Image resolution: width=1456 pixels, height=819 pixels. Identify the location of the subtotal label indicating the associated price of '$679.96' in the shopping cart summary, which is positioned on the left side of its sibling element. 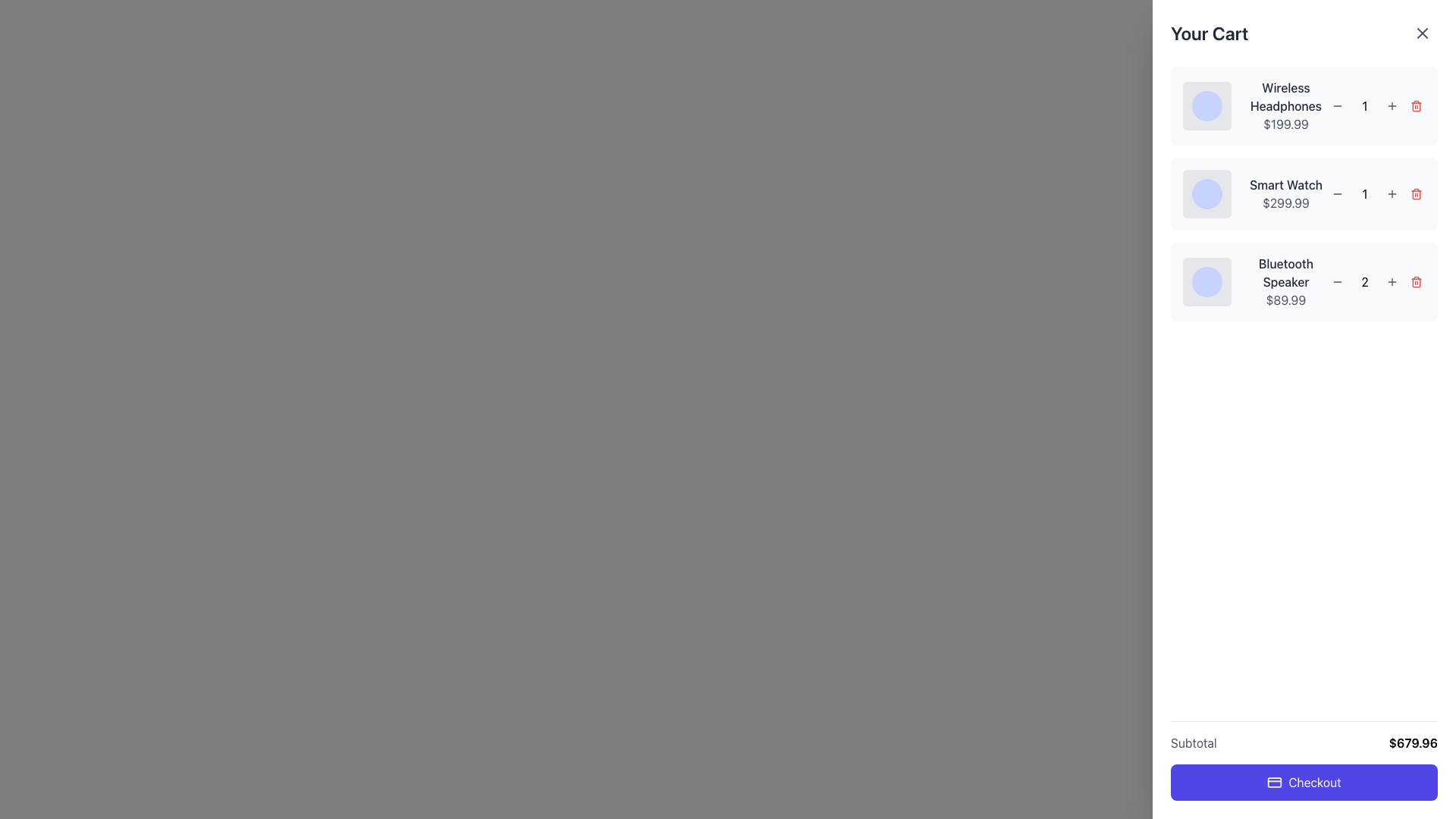
(1193, 742).